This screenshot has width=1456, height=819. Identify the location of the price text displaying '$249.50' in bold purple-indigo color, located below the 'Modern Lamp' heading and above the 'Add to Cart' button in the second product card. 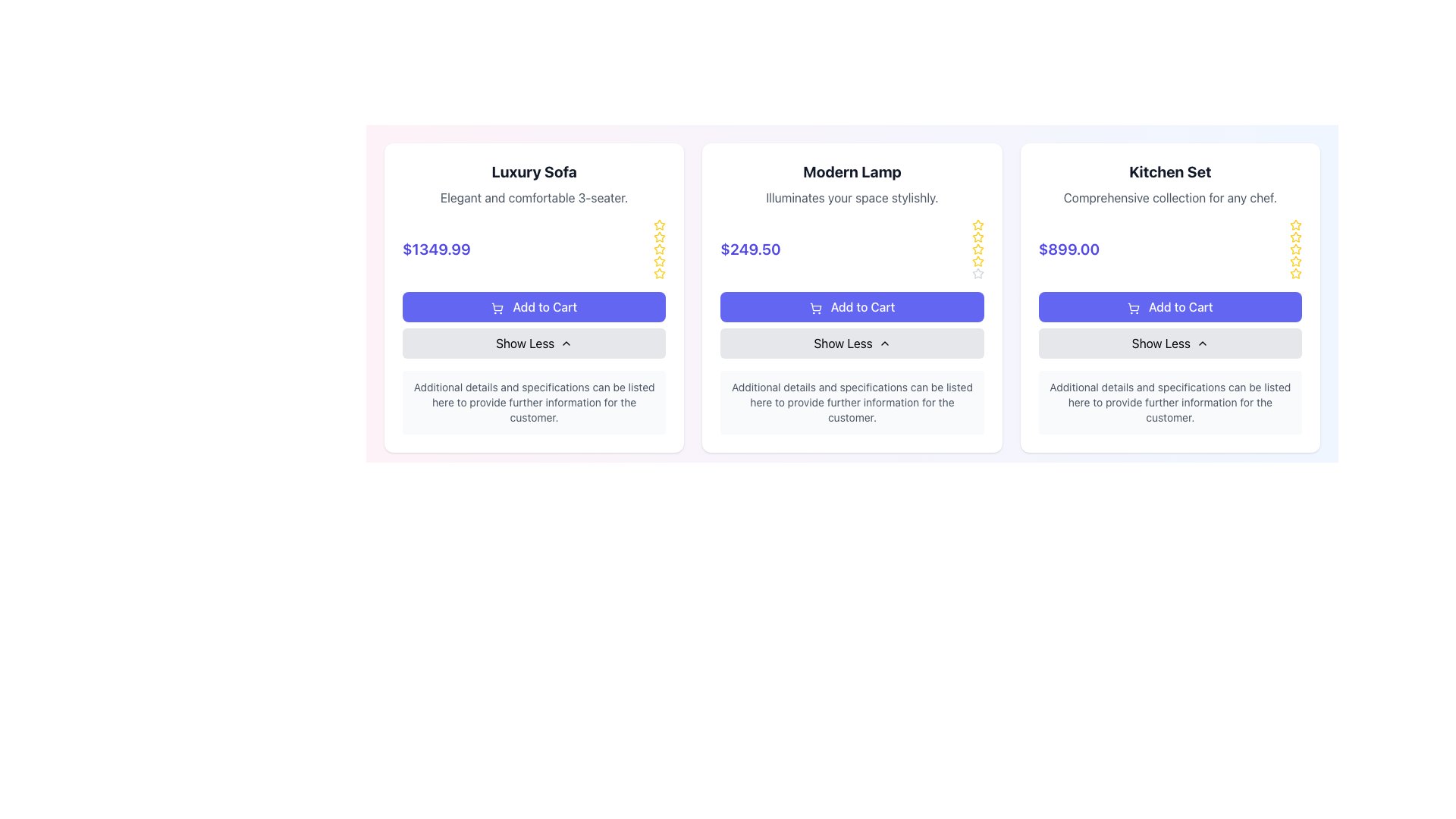
(751, 248).